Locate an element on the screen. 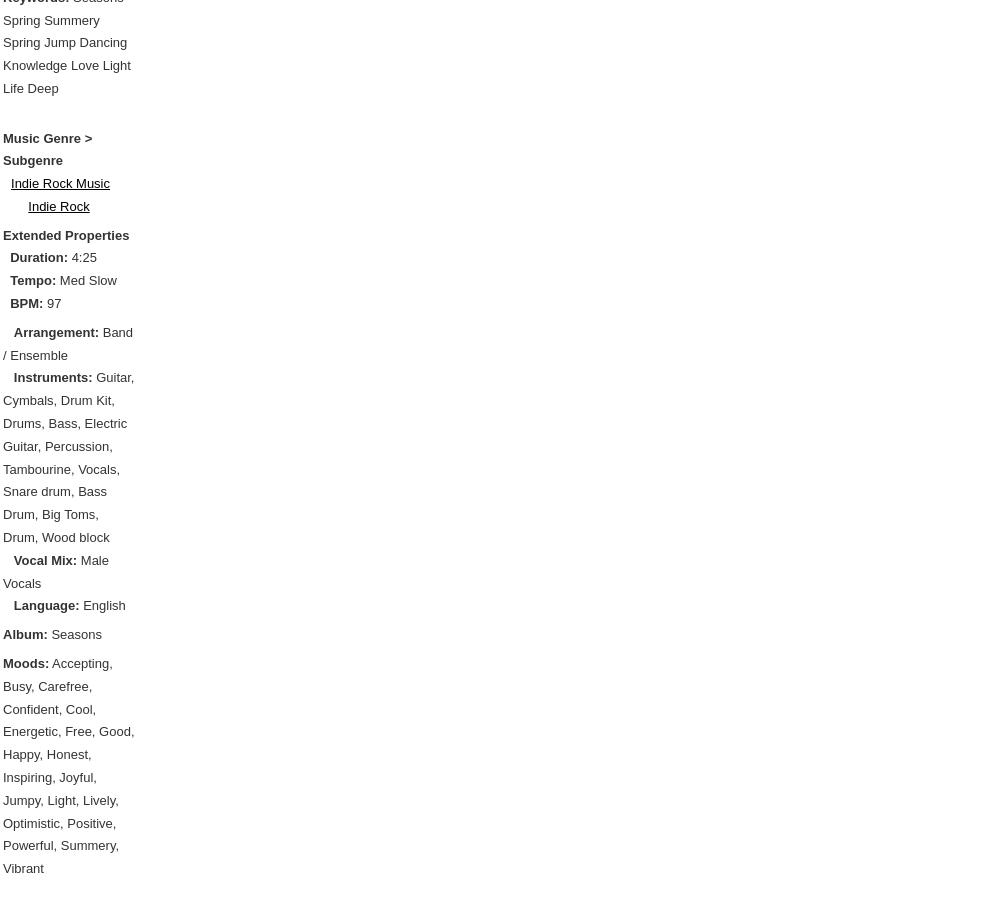  'Vocal Mix:' is located at coordinates (44, 559).